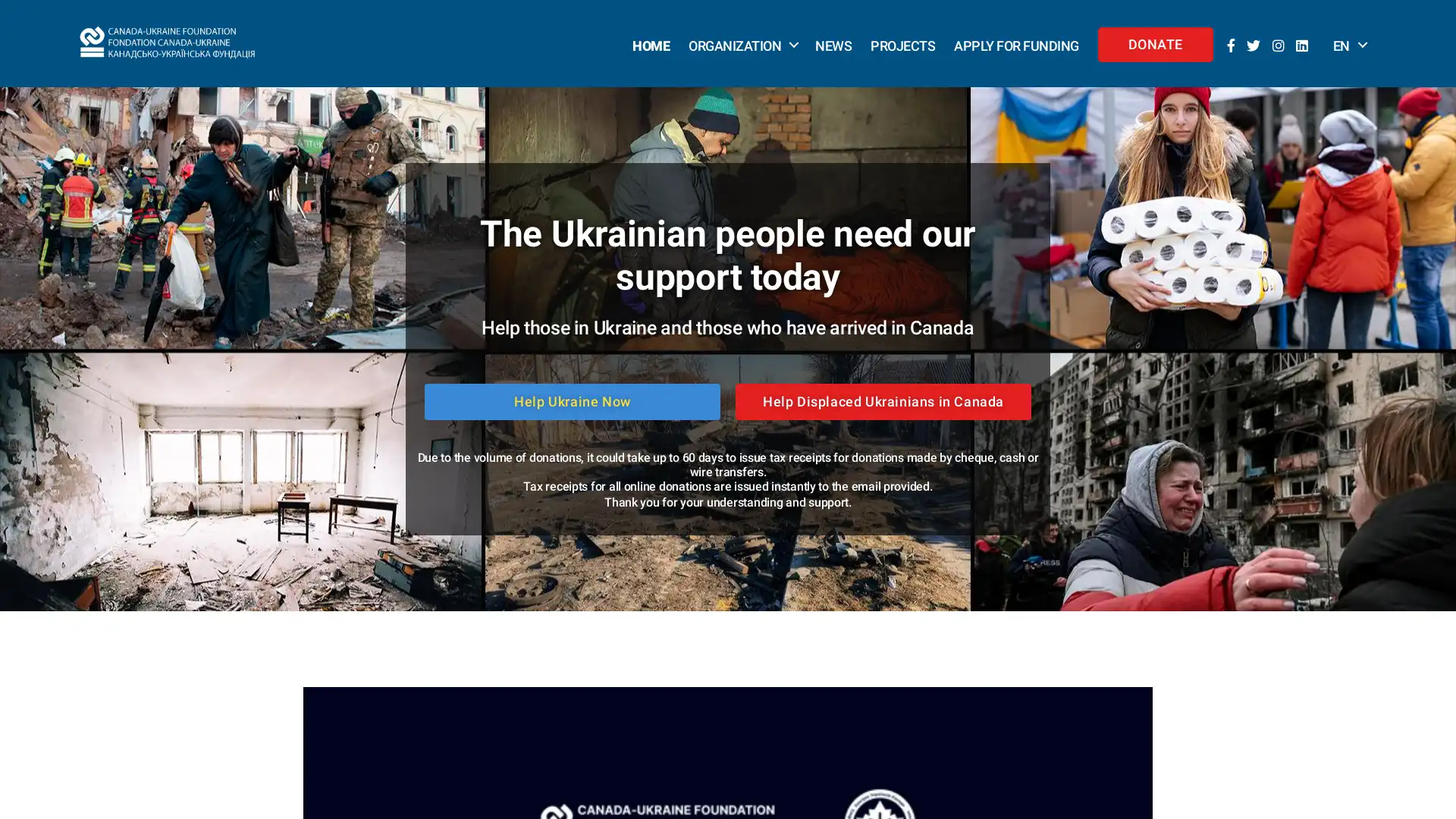 The image size is (1456, 819). I want to click on Help Ukraine Now, so click(571, 400).